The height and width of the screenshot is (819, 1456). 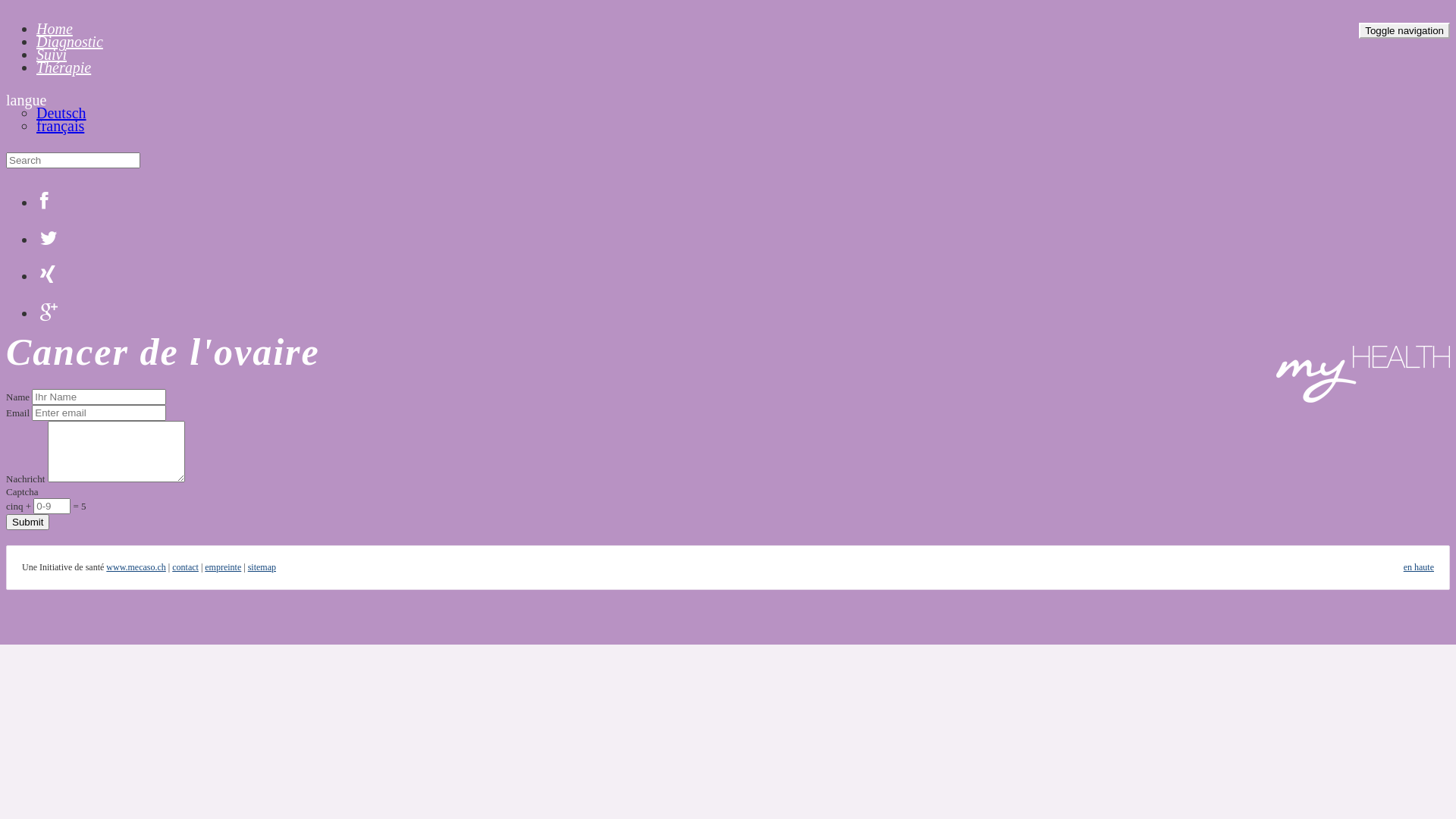 What do you see at coordinates (61, 112) in the screenshot?
I see `'Deutsch'` at bounding box center [61, 112].